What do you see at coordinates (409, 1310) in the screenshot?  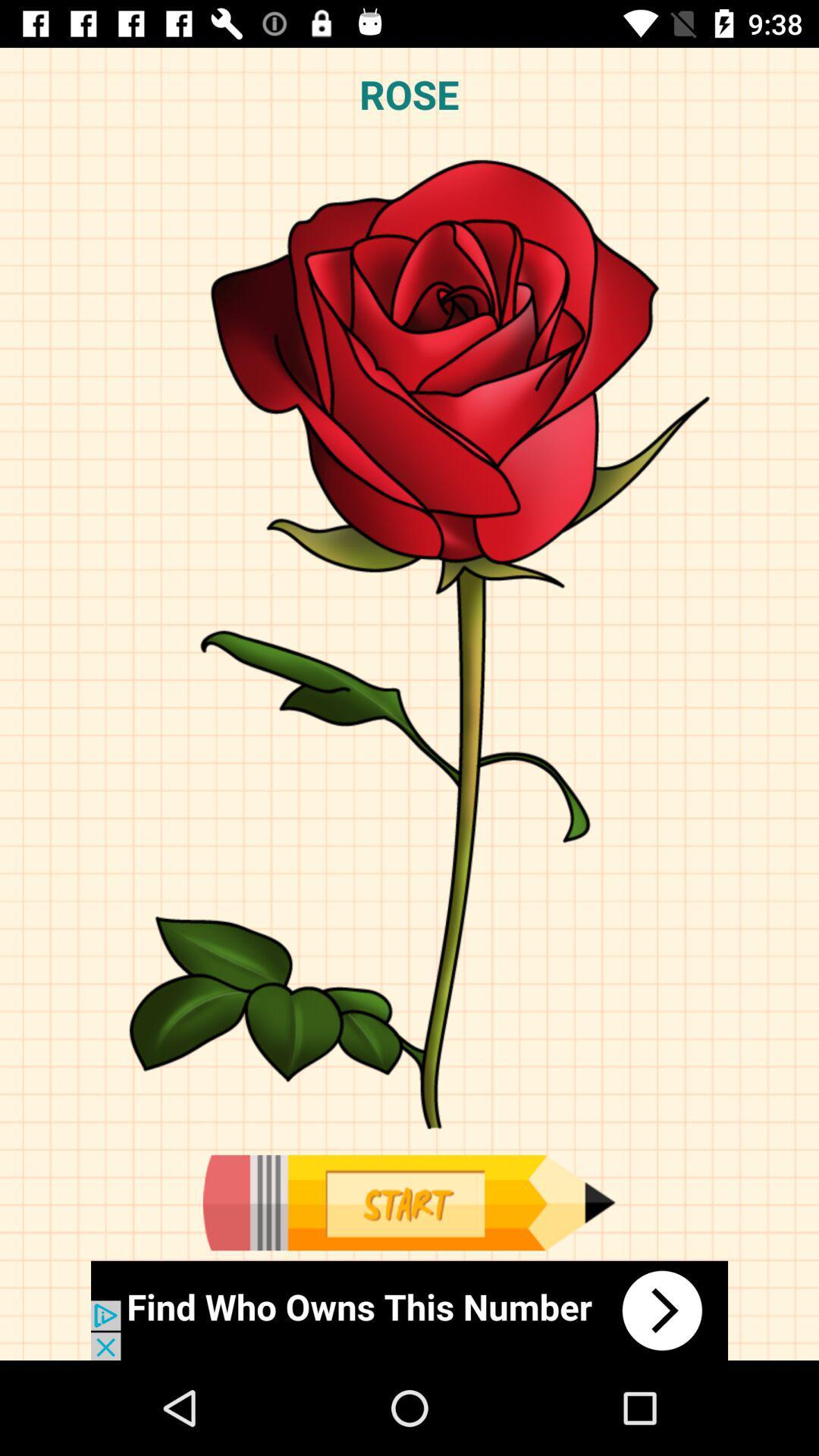 I see `advertisement` at bounding box center [409, 1310].